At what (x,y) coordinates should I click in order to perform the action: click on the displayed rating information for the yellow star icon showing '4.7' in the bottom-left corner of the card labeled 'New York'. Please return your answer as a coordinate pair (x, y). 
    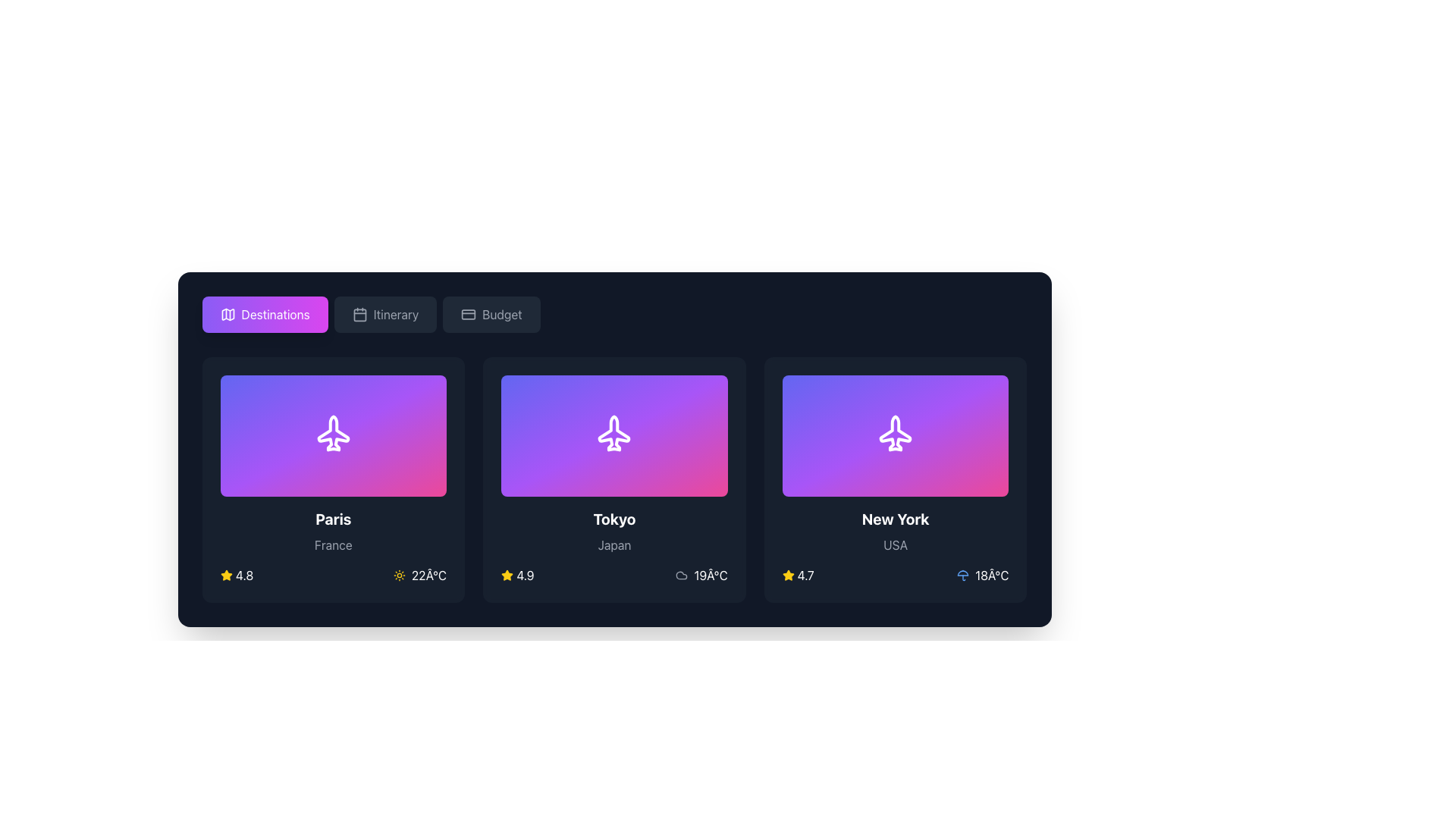
    Looking at the image, I should click on (797, 576).